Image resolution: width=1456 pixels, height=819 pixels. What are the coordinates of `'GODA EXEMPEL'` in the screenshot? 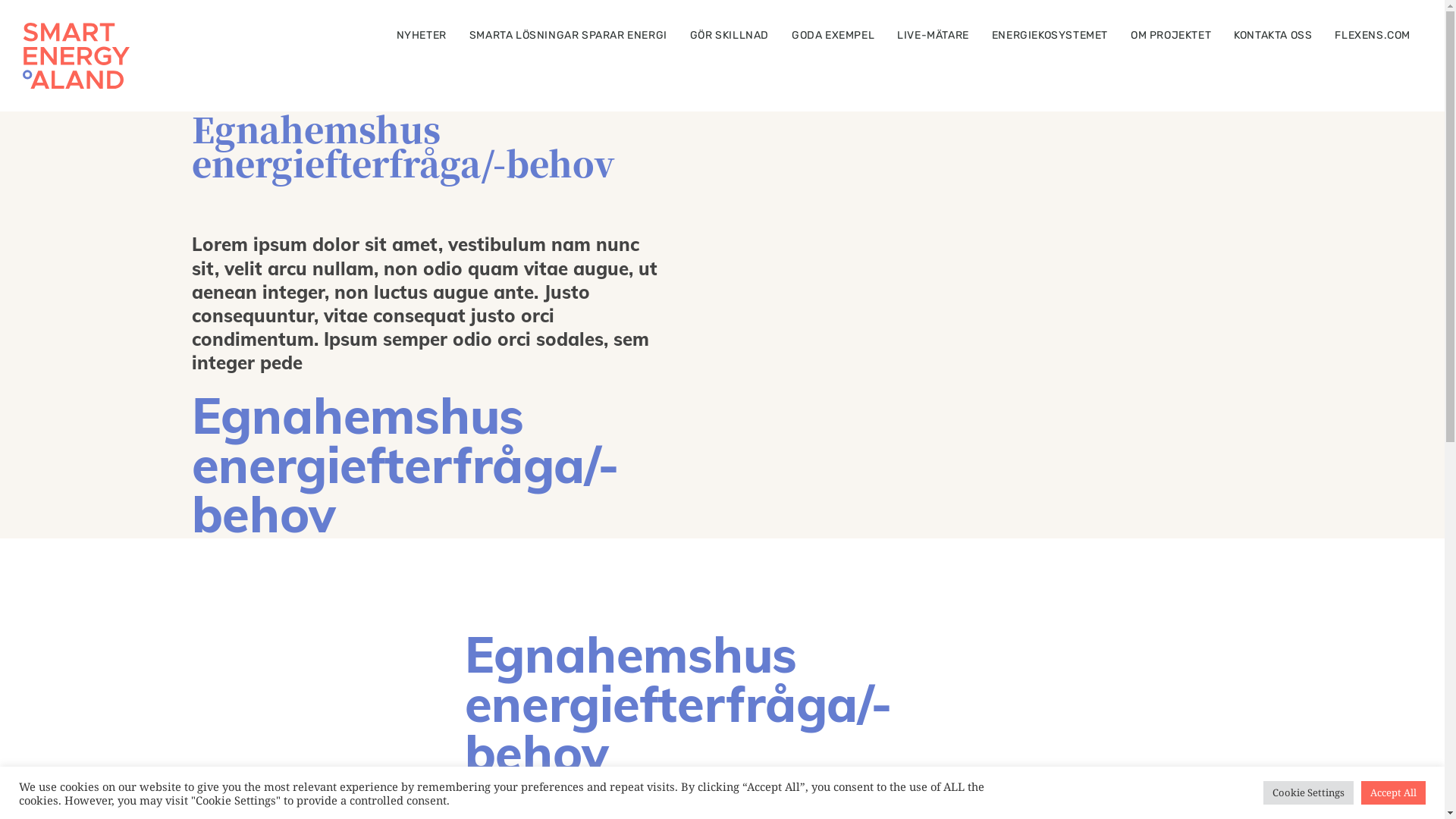 It's located at (832, 34).